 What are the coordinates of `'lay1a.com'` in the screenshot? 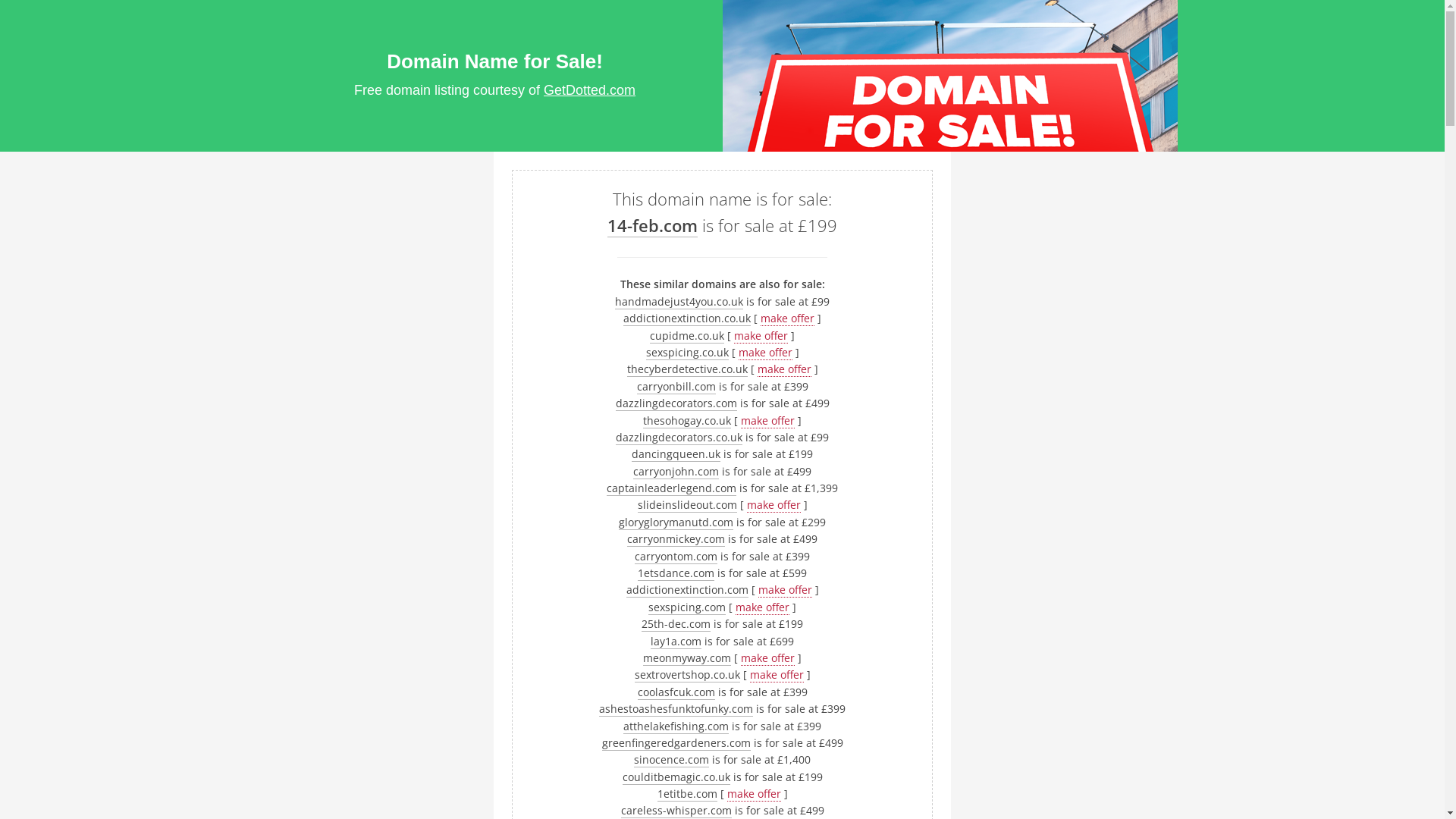 It's located at (675, 641).